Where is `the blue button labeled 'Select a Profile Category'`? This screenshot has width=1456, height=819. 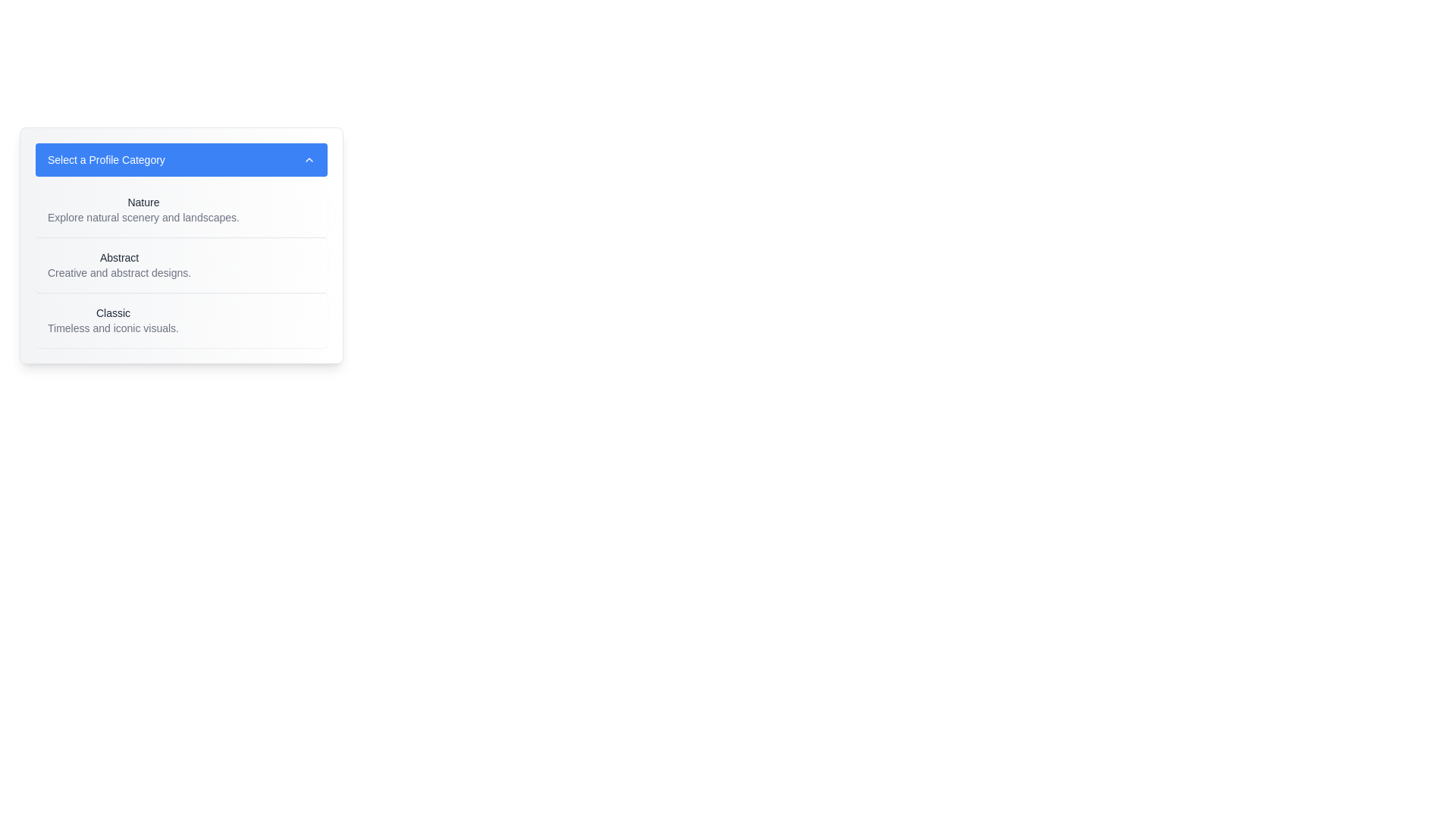
the blue button labeled 'Select a Profile Category' is located at coordinates (181, 160).